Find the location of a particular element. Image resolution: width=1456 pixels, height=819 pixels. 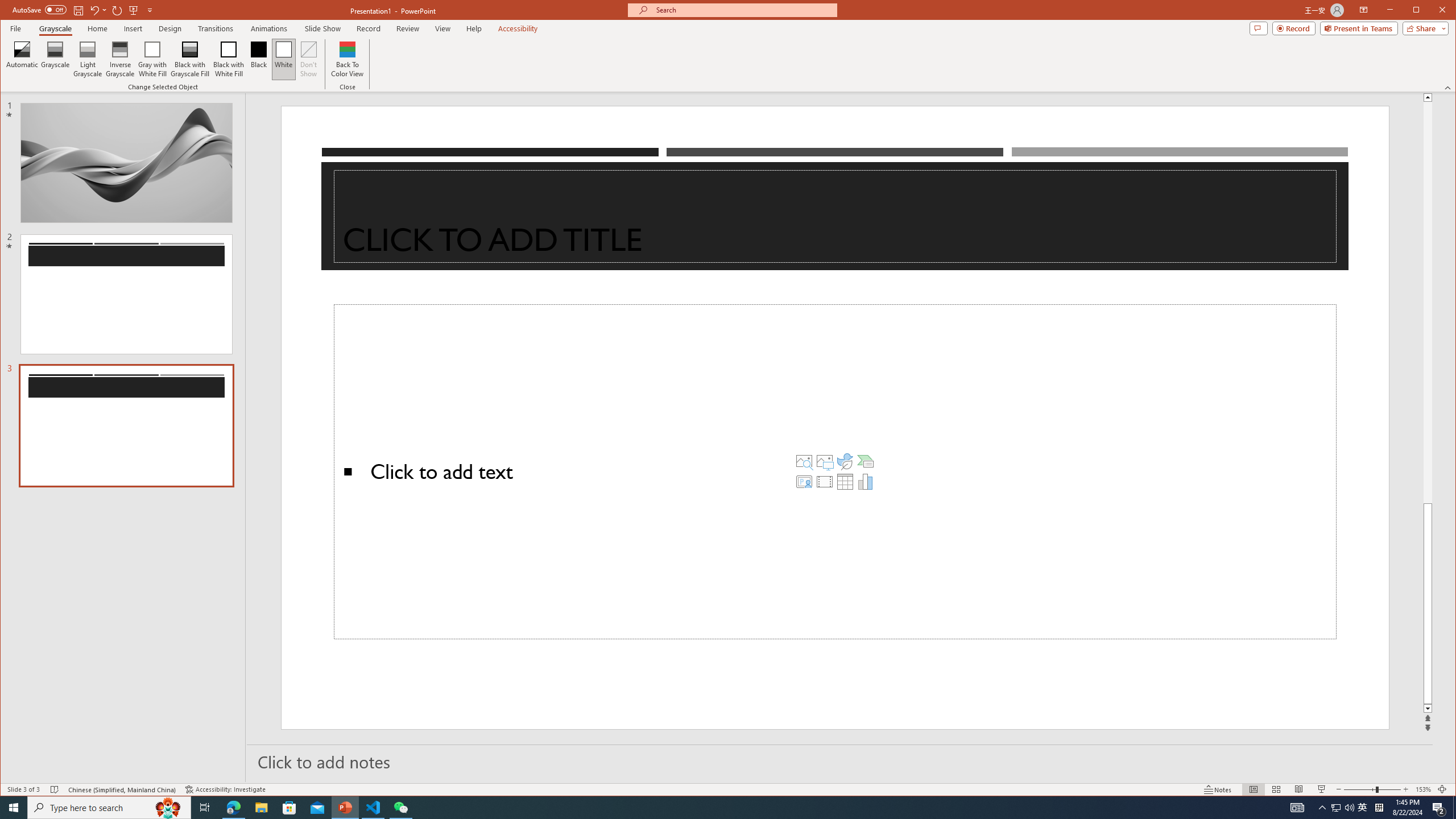

'Insert Video' is located at coordinates (825, 481).